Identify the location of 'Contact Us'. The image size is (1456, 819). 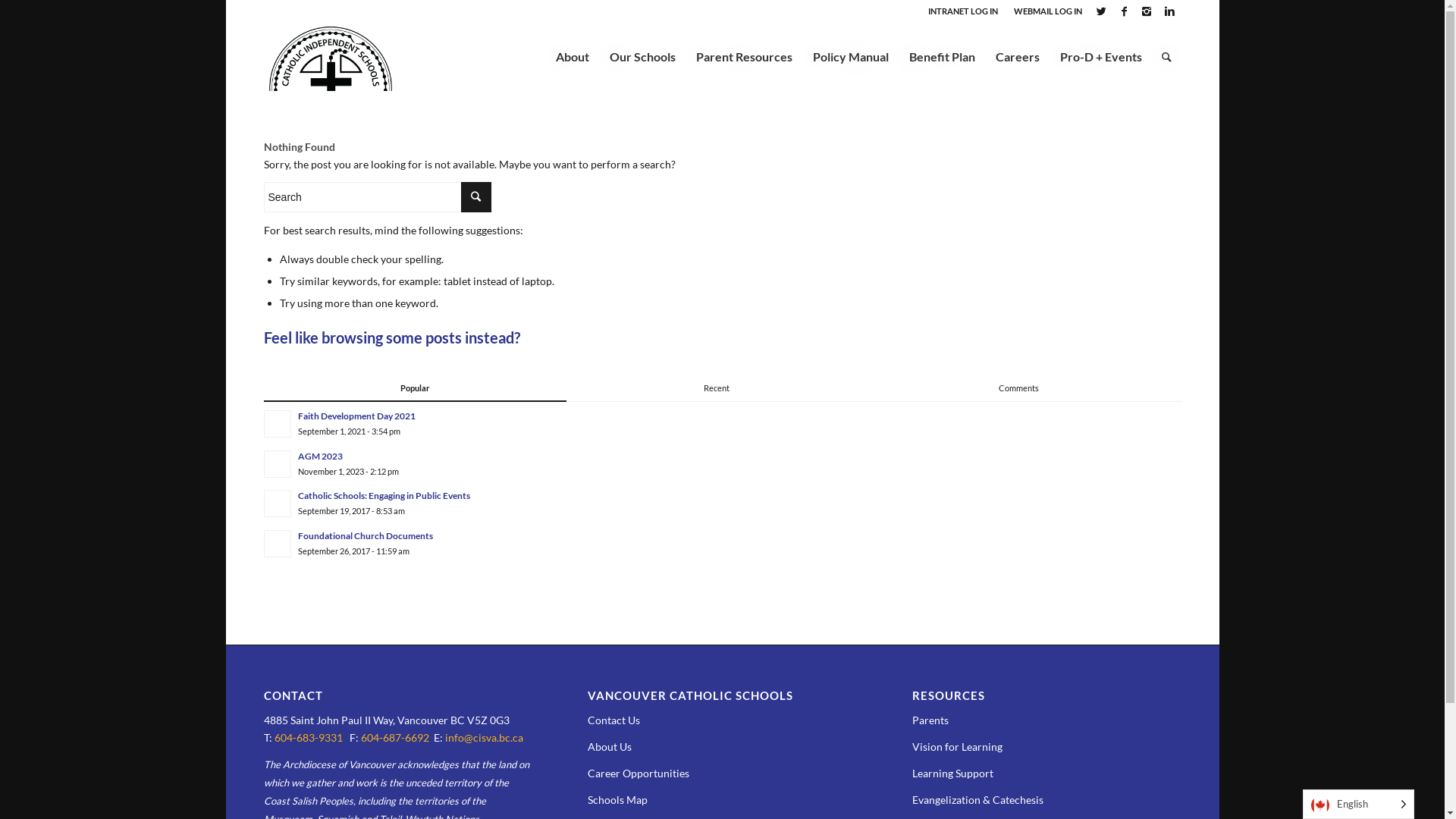
(613, 719).